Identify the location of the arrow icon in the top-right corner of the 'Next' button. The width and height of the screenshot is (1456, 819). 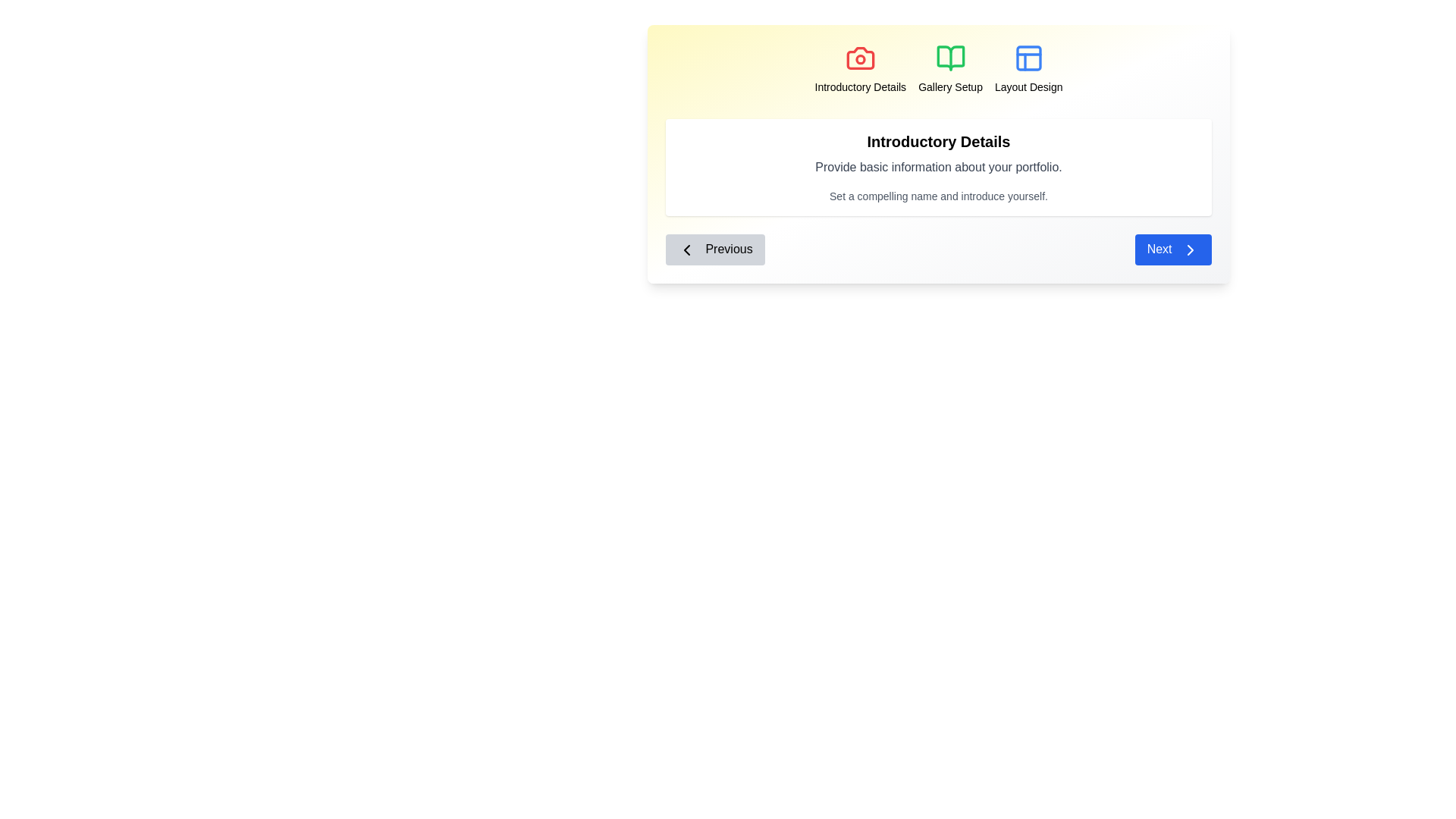
(1189, 248).